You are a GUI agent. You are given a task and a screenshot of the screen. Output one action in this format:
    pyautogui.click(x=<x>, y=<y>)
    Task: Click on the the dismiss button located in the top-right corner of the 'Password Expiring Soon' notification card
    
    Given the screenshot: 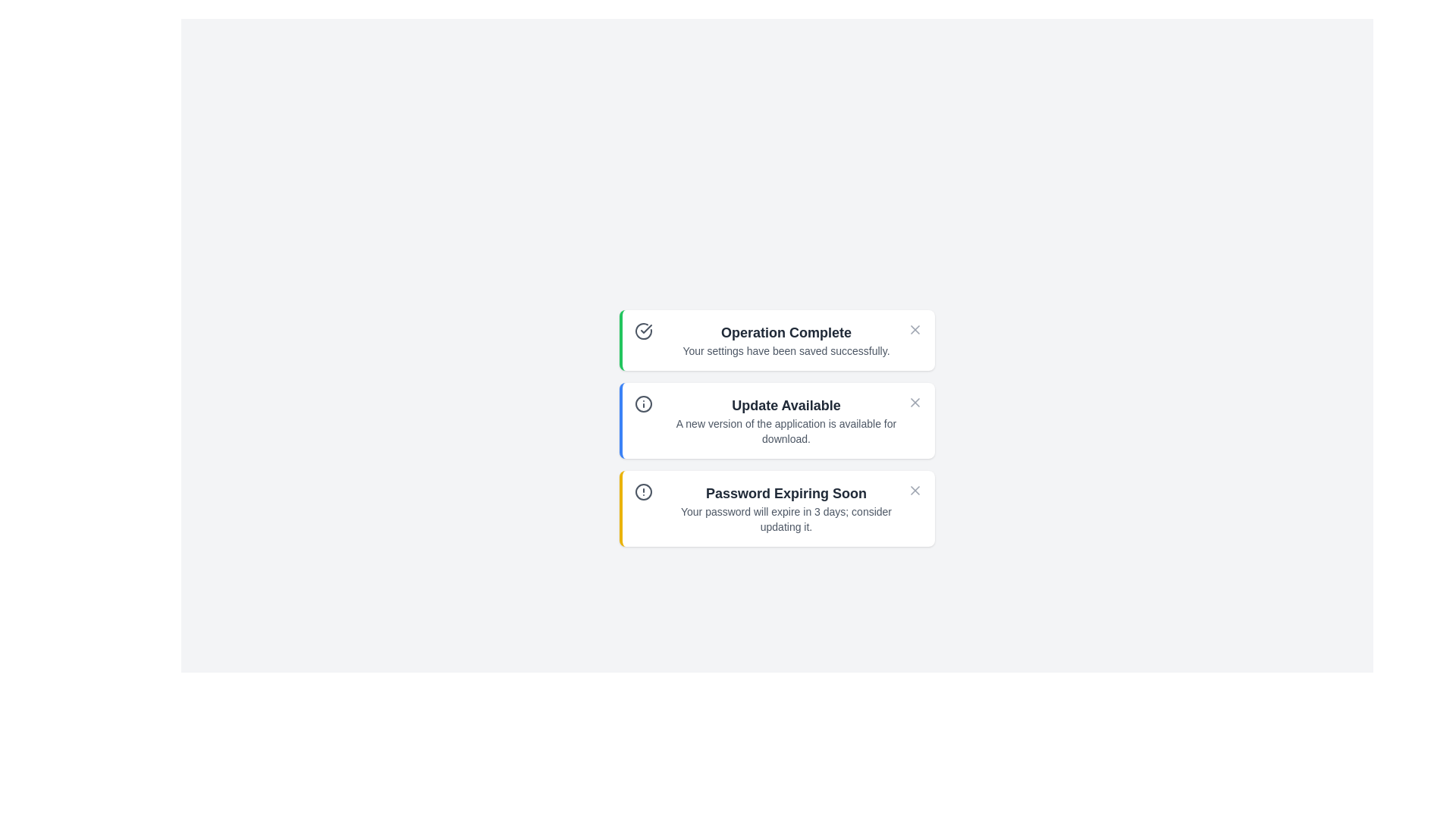 What is the action you would take?
    pyautogui.click(x=914, y=491)
    